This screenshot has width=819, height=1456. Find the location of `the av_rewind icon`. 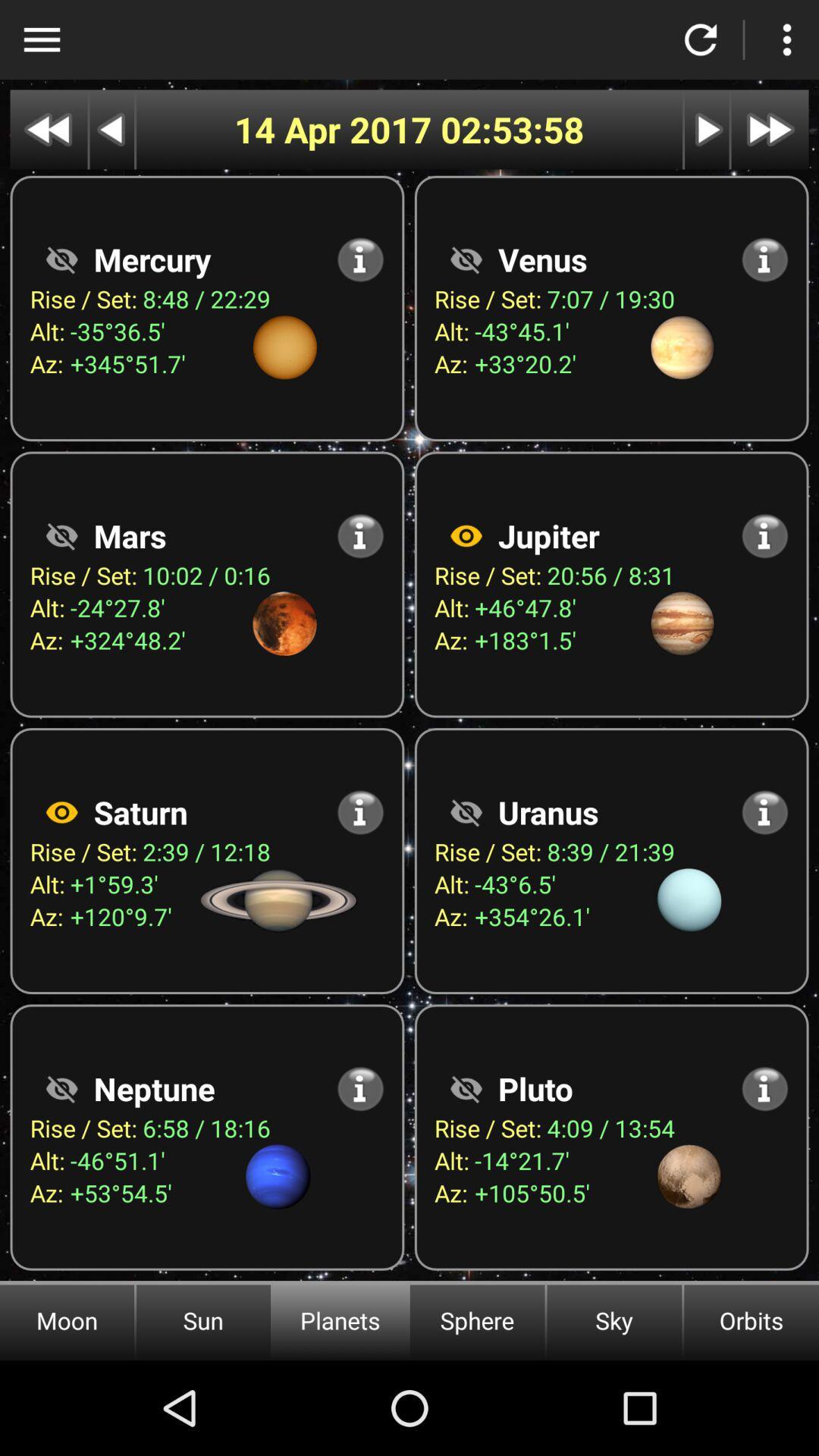

the av_rewind icon is located at coordinates (48, 130).